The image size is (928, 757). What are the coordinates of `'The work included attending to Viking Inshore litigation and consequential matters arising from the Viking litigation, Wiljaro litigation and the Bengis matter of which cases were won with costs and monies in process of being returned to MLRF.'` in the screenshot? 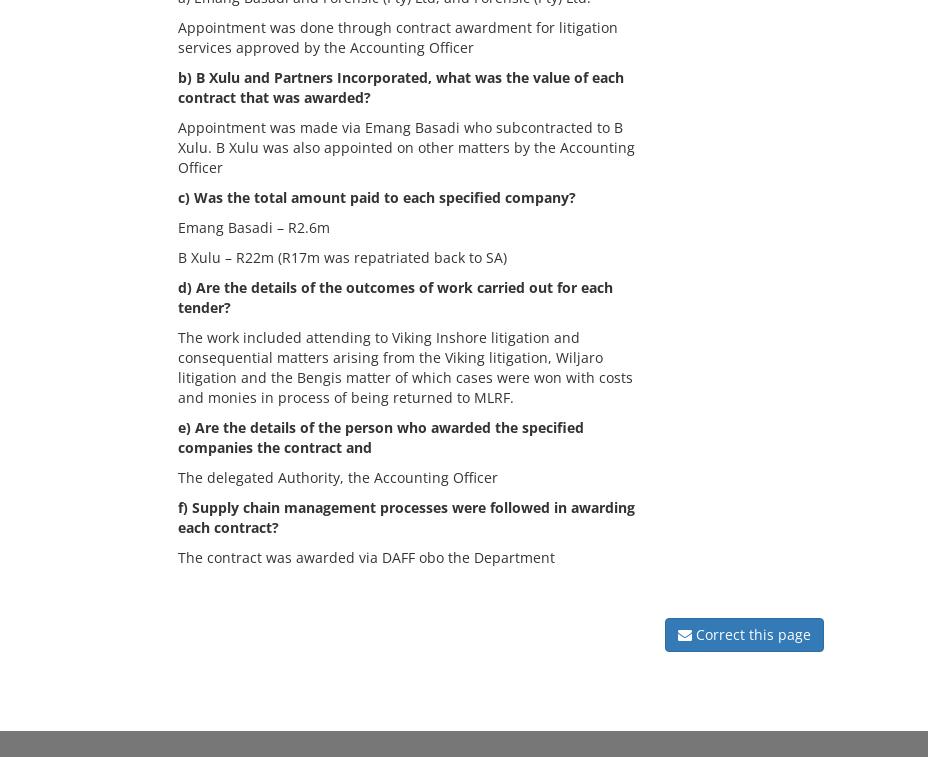 It's located at (405, 365).